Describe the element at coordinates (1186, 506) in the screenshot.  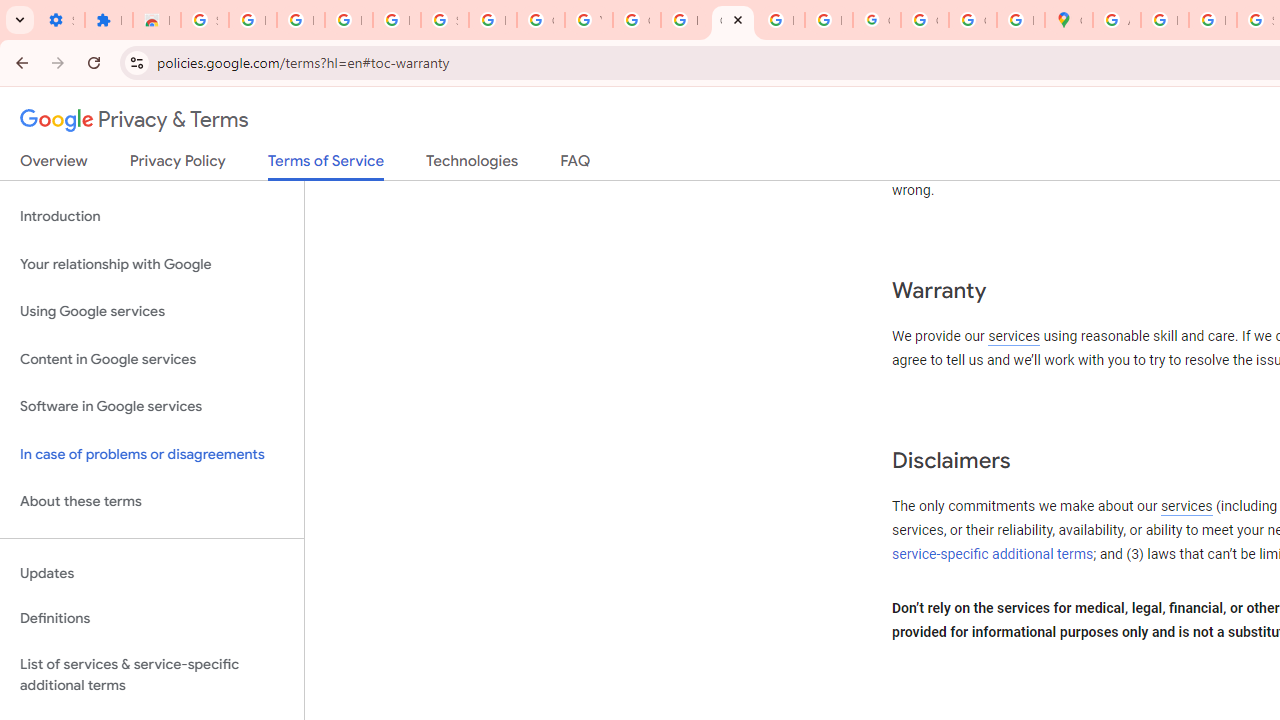
I see `'services'` at that location.